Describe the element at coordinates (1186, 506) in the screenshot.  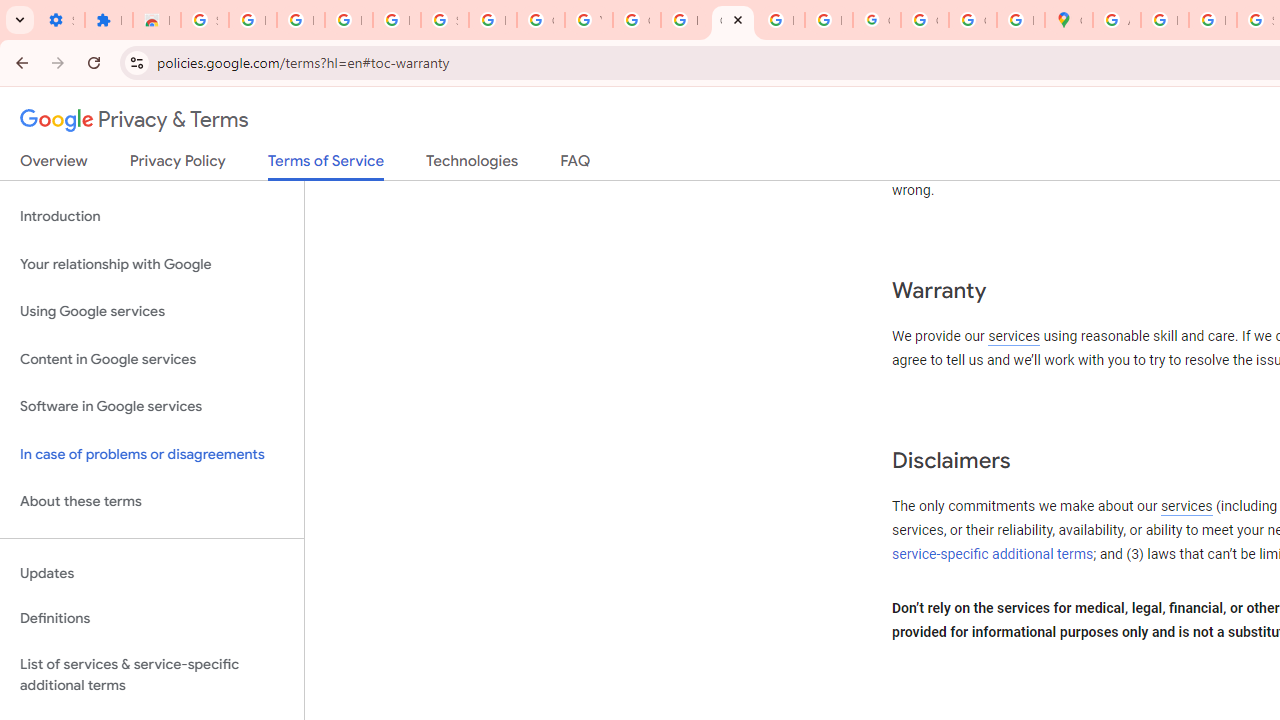
I see `'services'` at that location.